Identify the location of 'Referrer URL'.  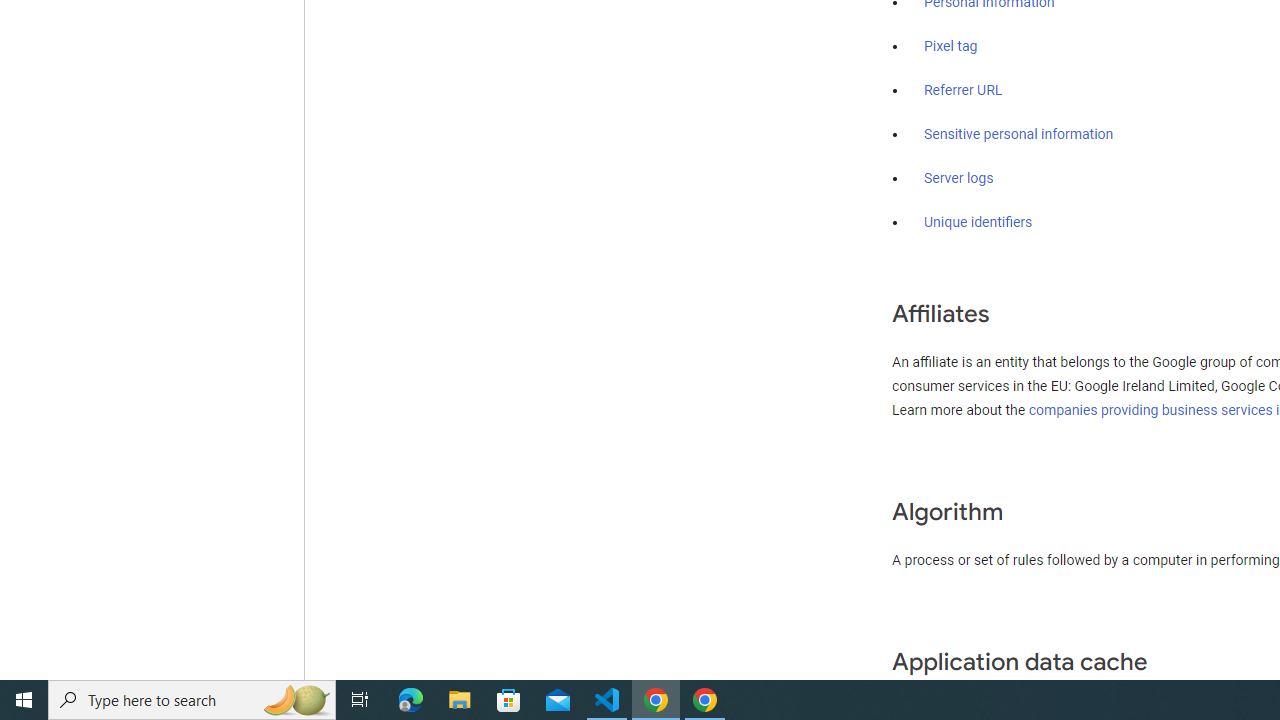
(963, 91).